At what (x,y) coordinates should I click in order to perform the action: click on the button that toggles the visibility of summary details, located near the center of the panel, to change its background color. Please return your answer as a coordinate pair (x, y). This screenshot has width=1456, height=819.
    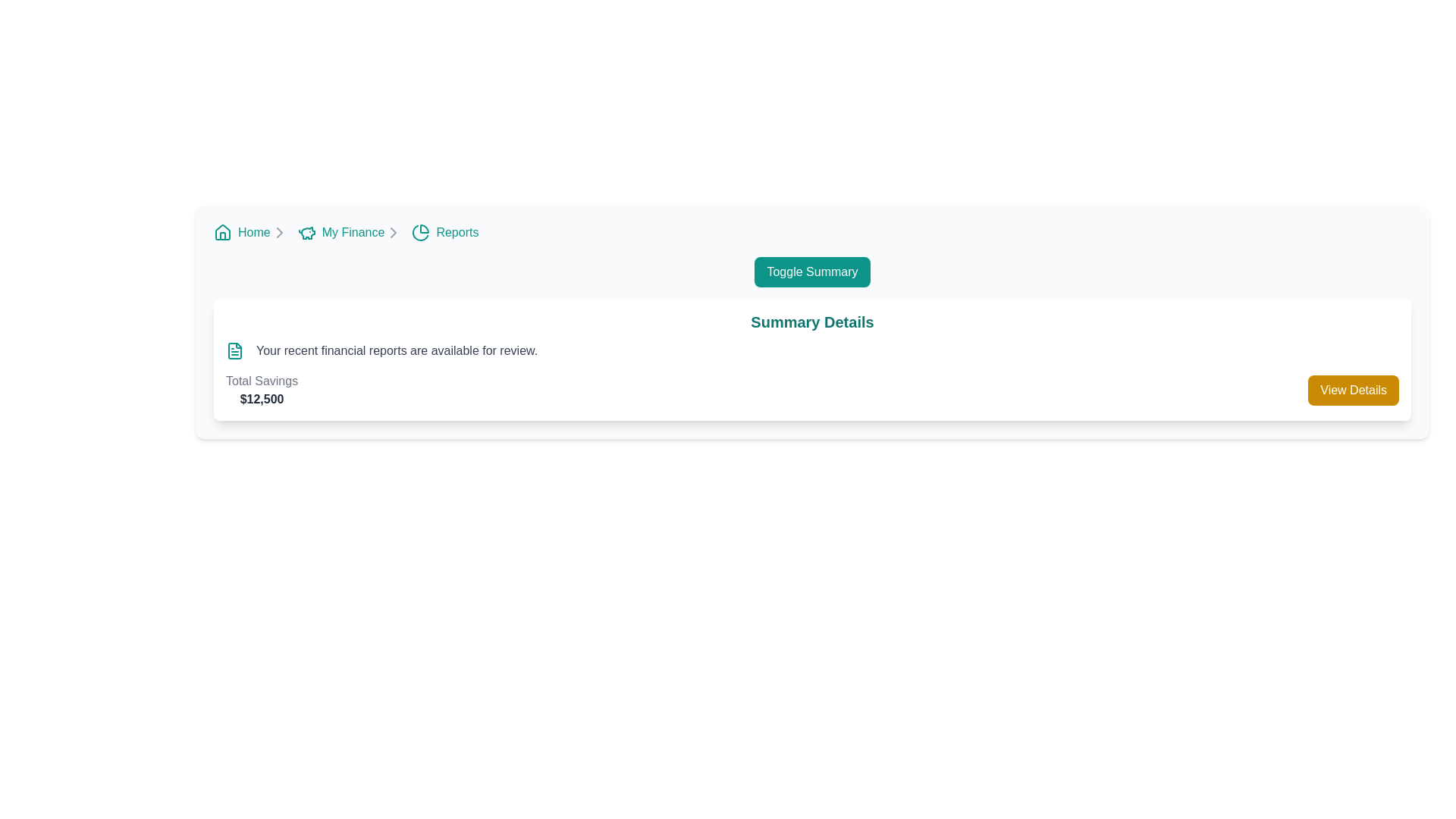
    Looking at the image, I should click on (811, 271).